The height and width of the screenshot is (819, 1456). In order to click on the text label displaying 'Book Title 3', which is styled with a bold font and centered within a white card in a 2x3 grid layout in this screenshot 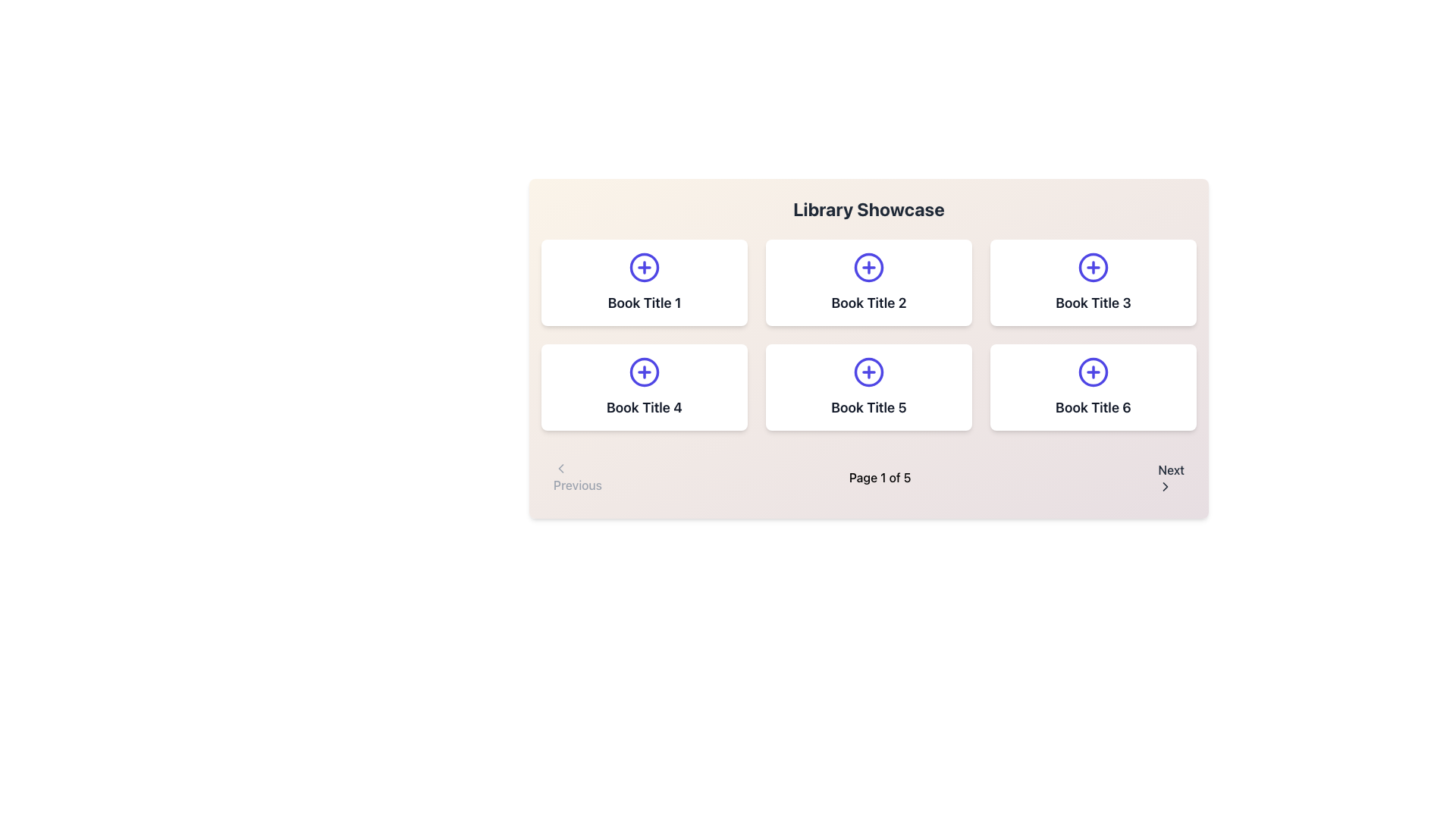, I will do `click(1093, 303)`.